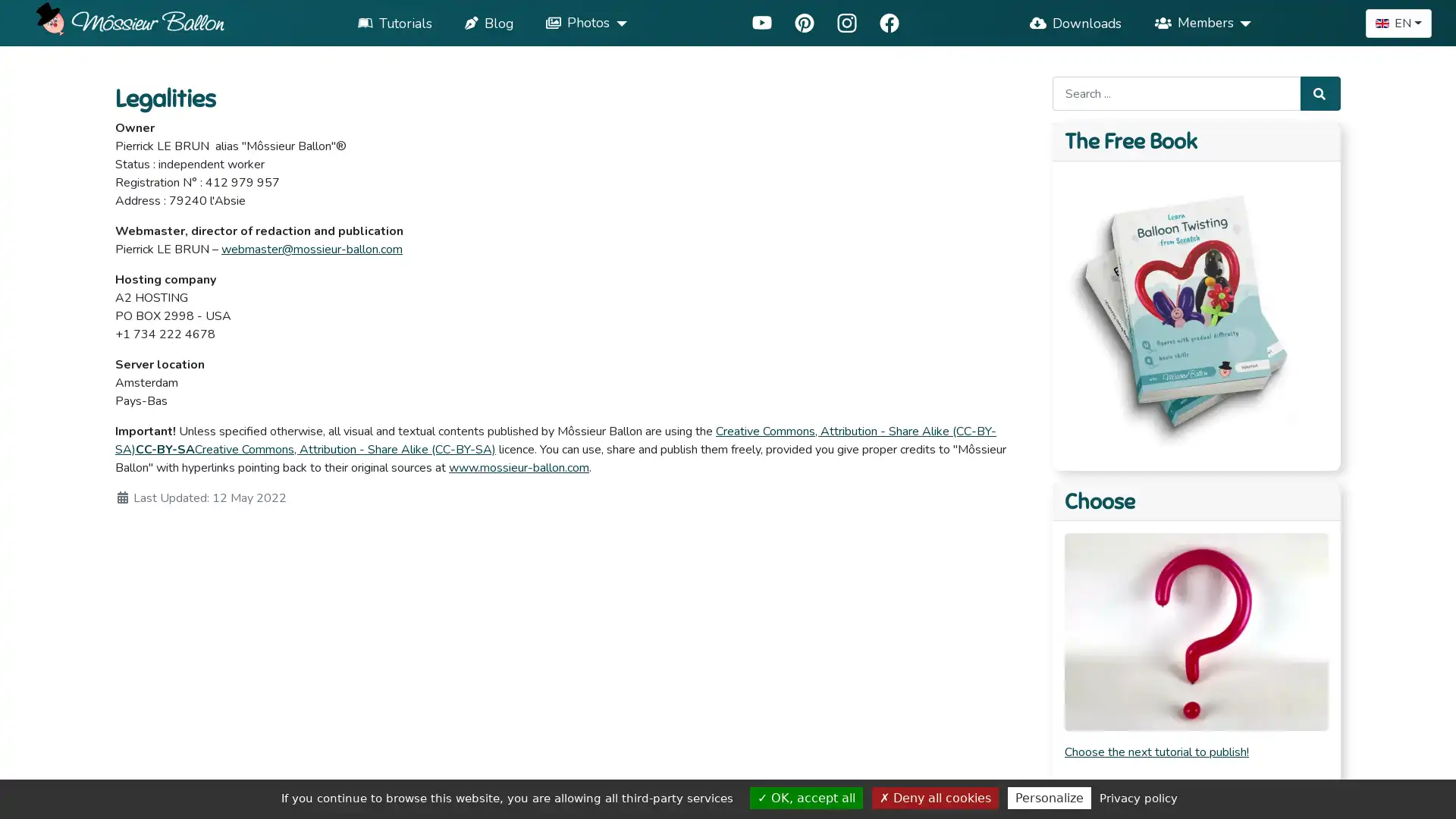 The width and height of the screenshot is (1456, 819). What do you see at coordinates (934, 797) in the screenshot?
I see `Deny all cookies` at bounding box center [934, 797].